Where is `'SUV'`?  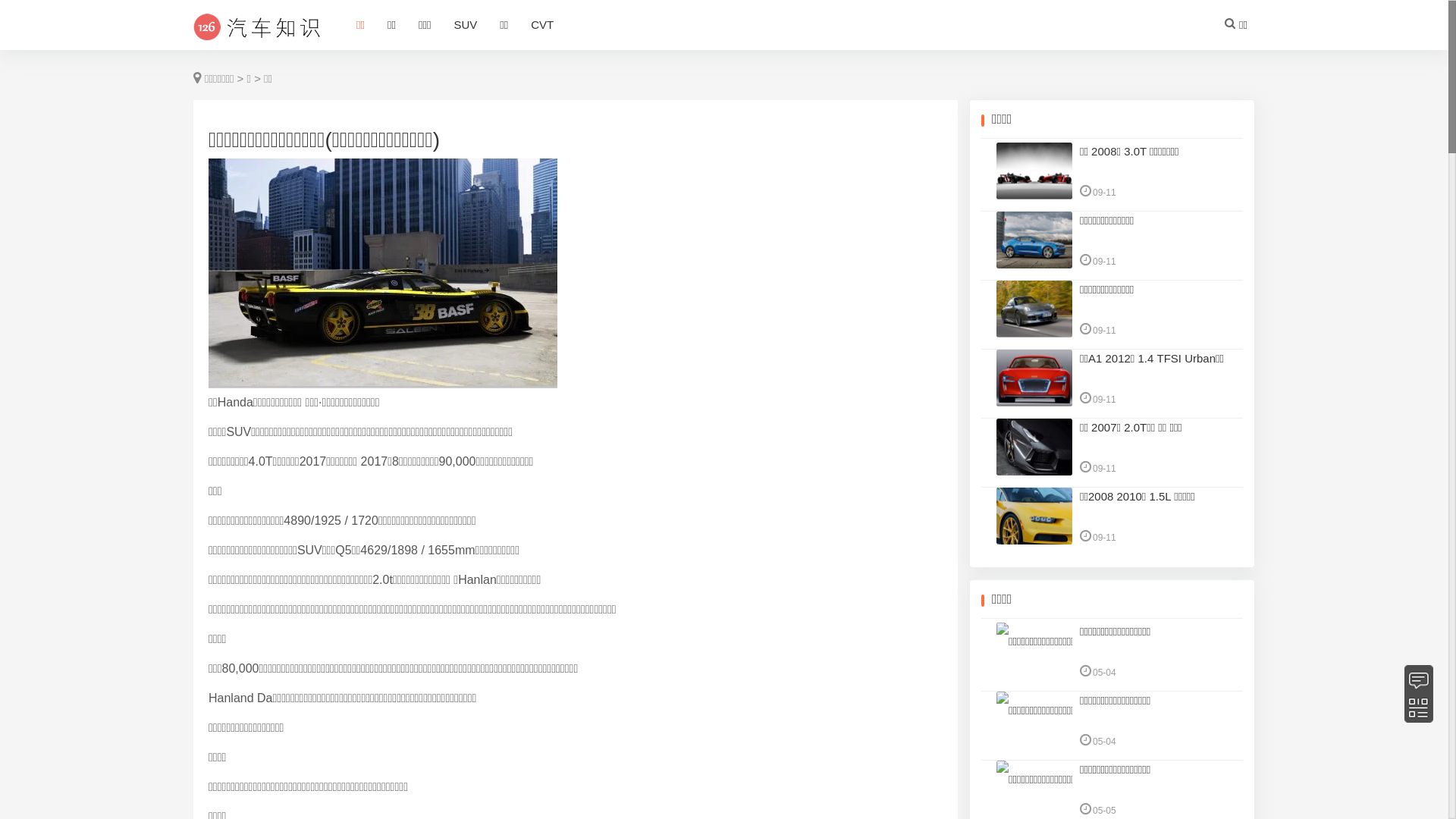
'SUV' is located at coordinates (441, 26).